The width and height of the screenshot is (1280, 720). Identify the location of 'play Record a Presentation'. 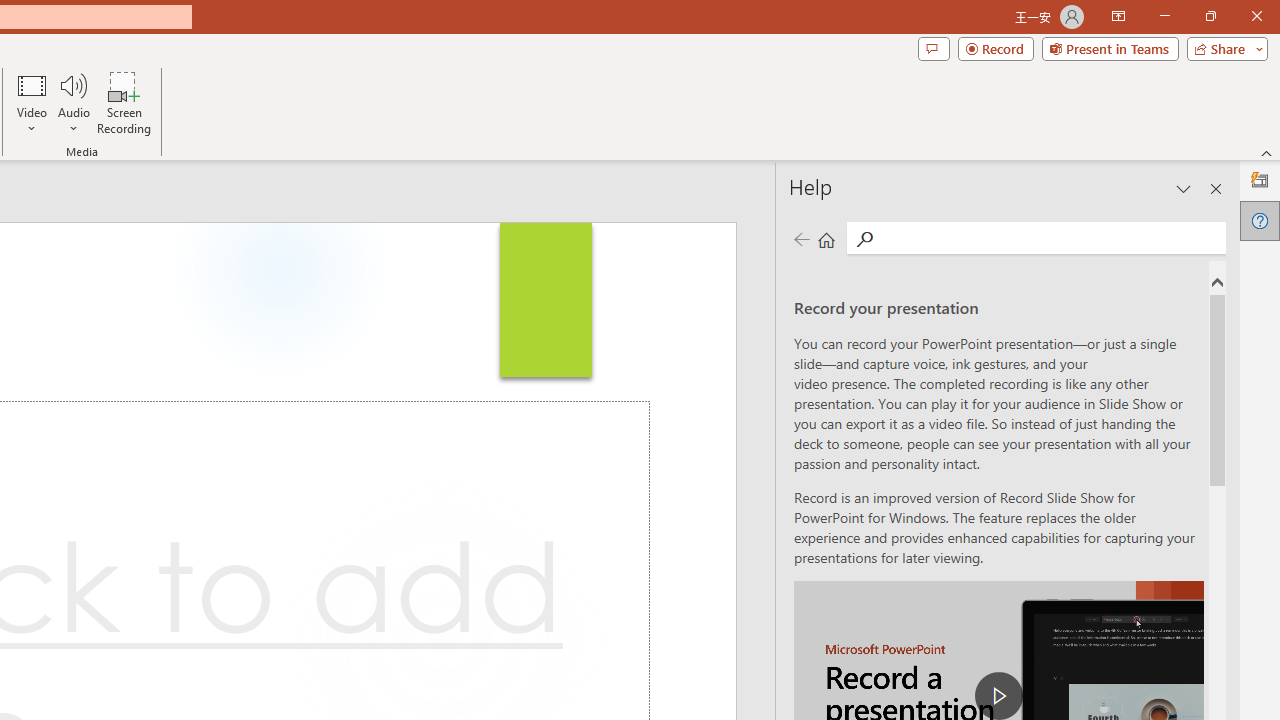
(999, 694).